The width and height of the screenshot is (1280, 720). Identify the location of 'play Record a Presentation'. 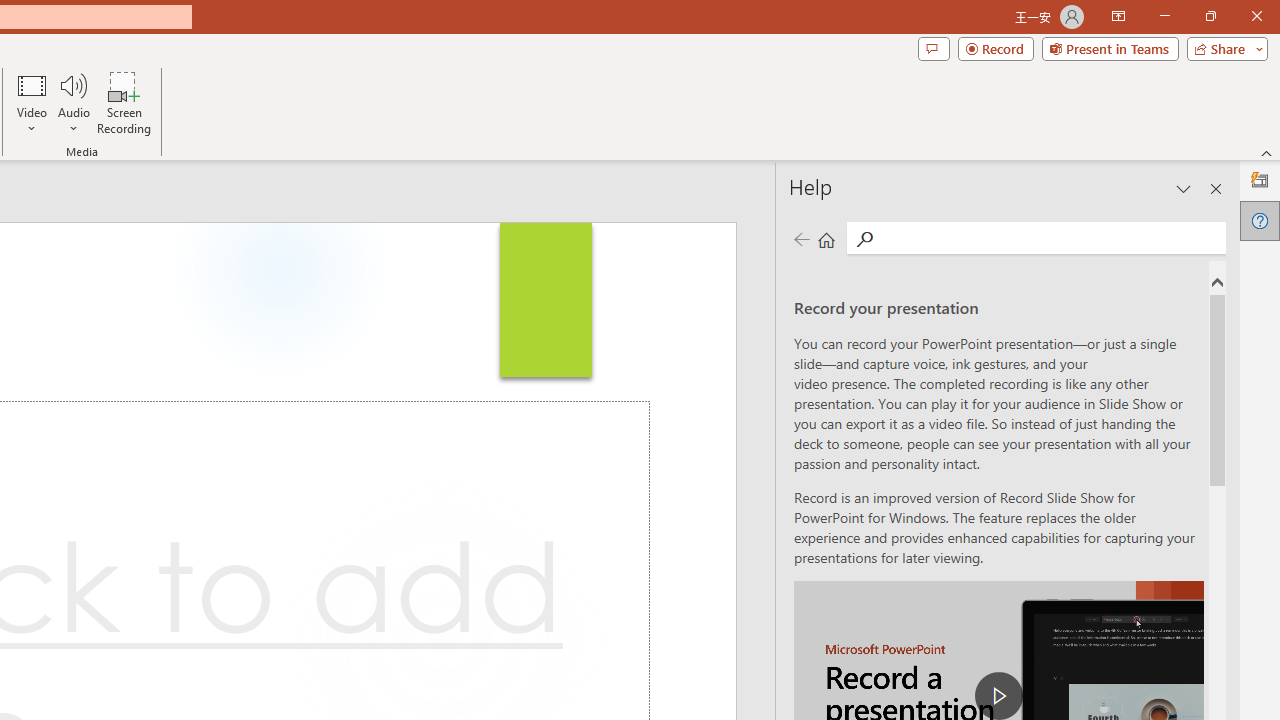
(999, 694).